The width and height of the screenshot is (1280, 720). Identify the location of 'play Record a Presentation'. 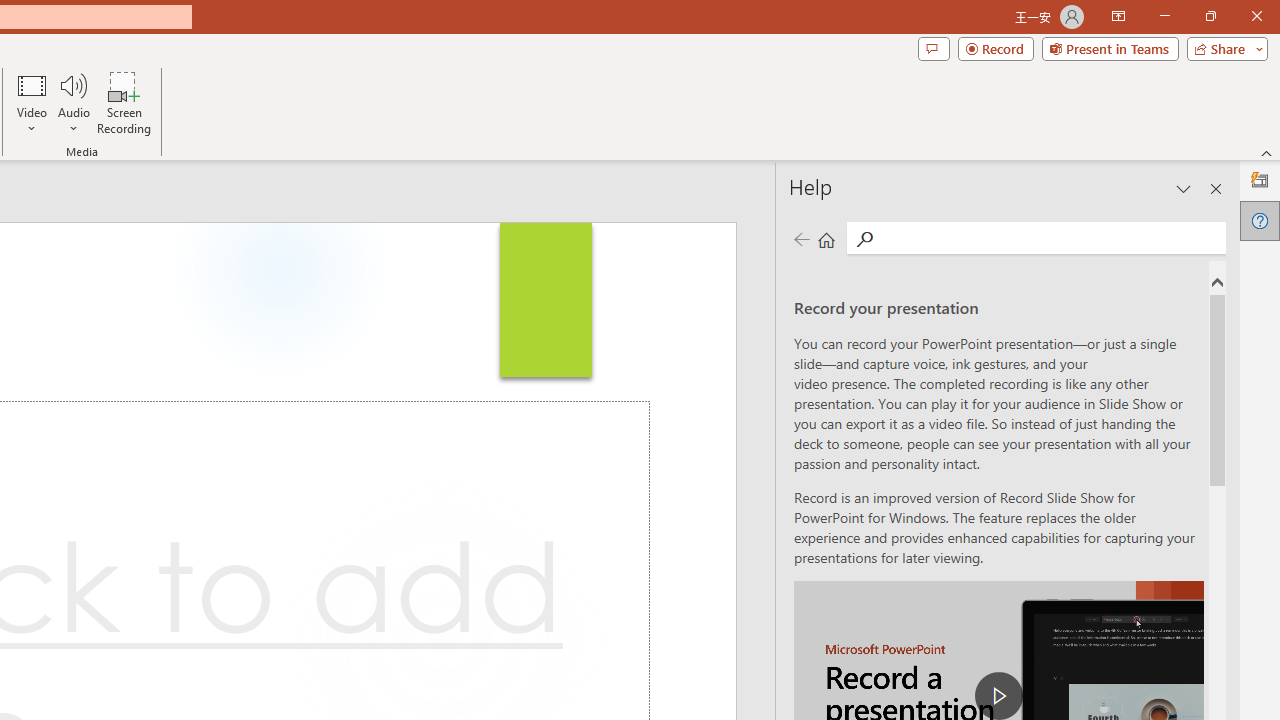
(999, 694).